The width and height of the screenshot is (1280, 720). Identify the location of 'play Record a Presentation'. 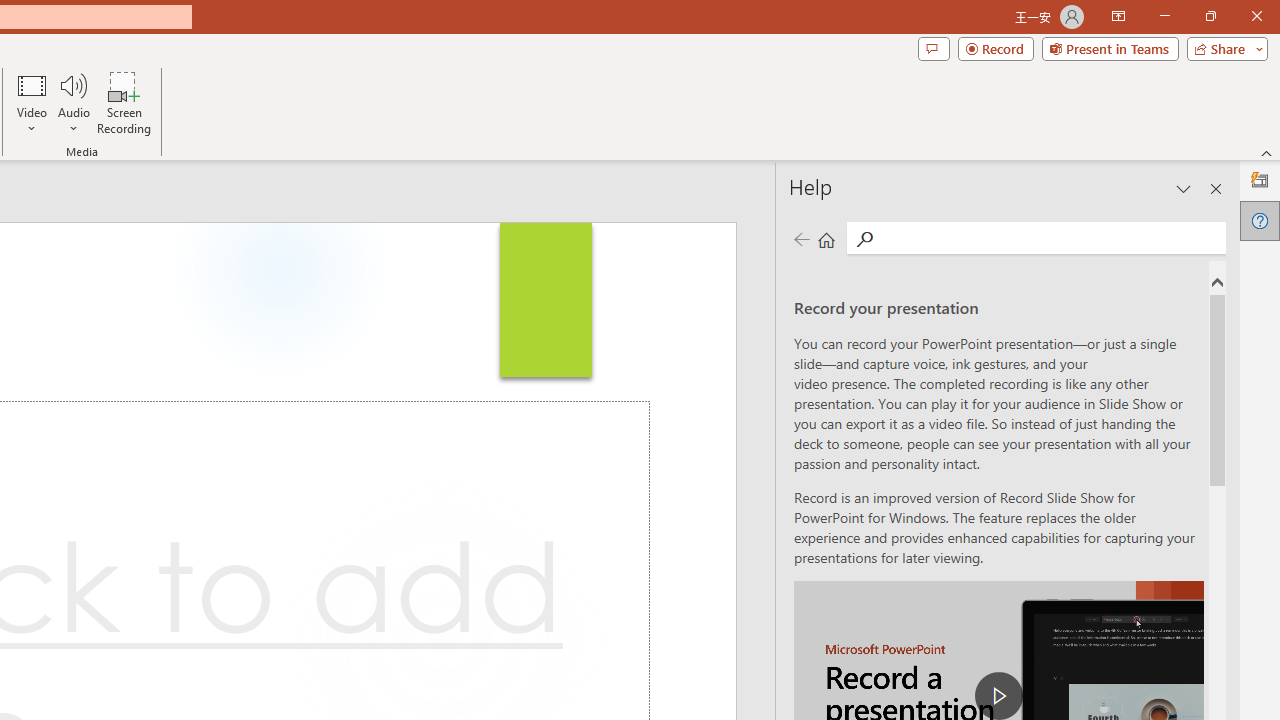
(999, 694).